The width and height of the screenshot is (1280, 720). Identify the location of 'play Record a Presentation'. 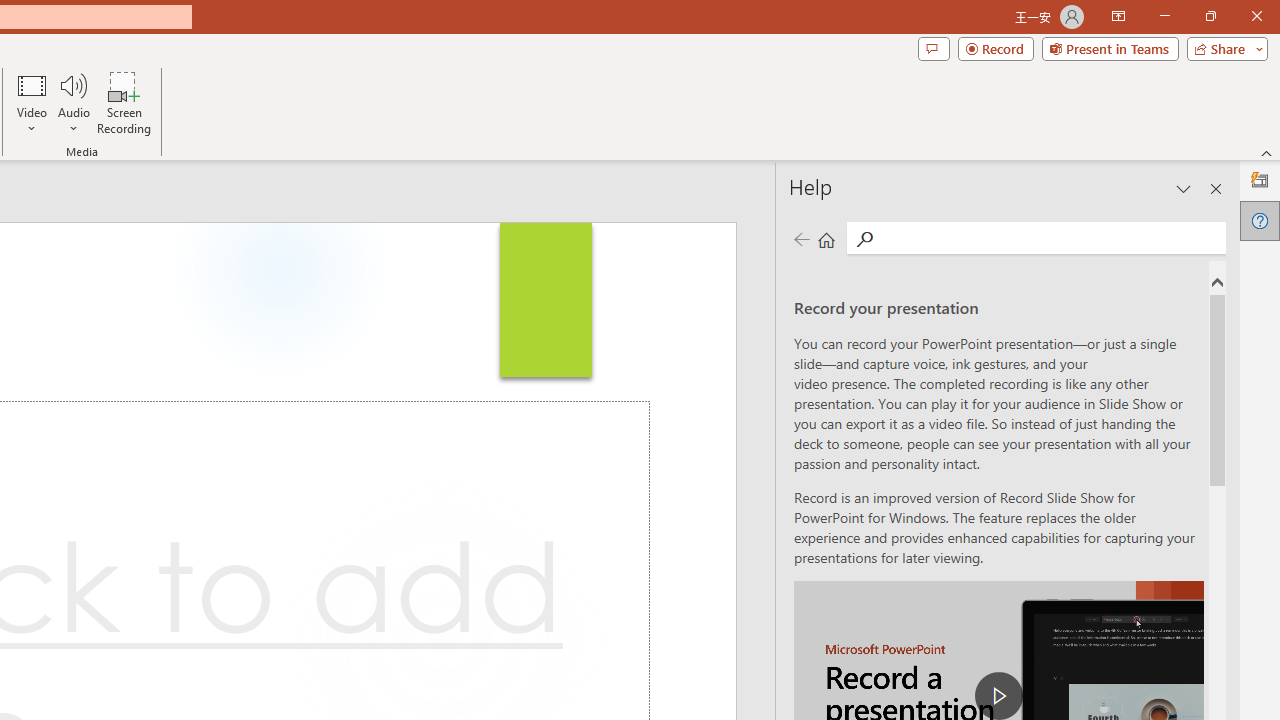
(999, 694).